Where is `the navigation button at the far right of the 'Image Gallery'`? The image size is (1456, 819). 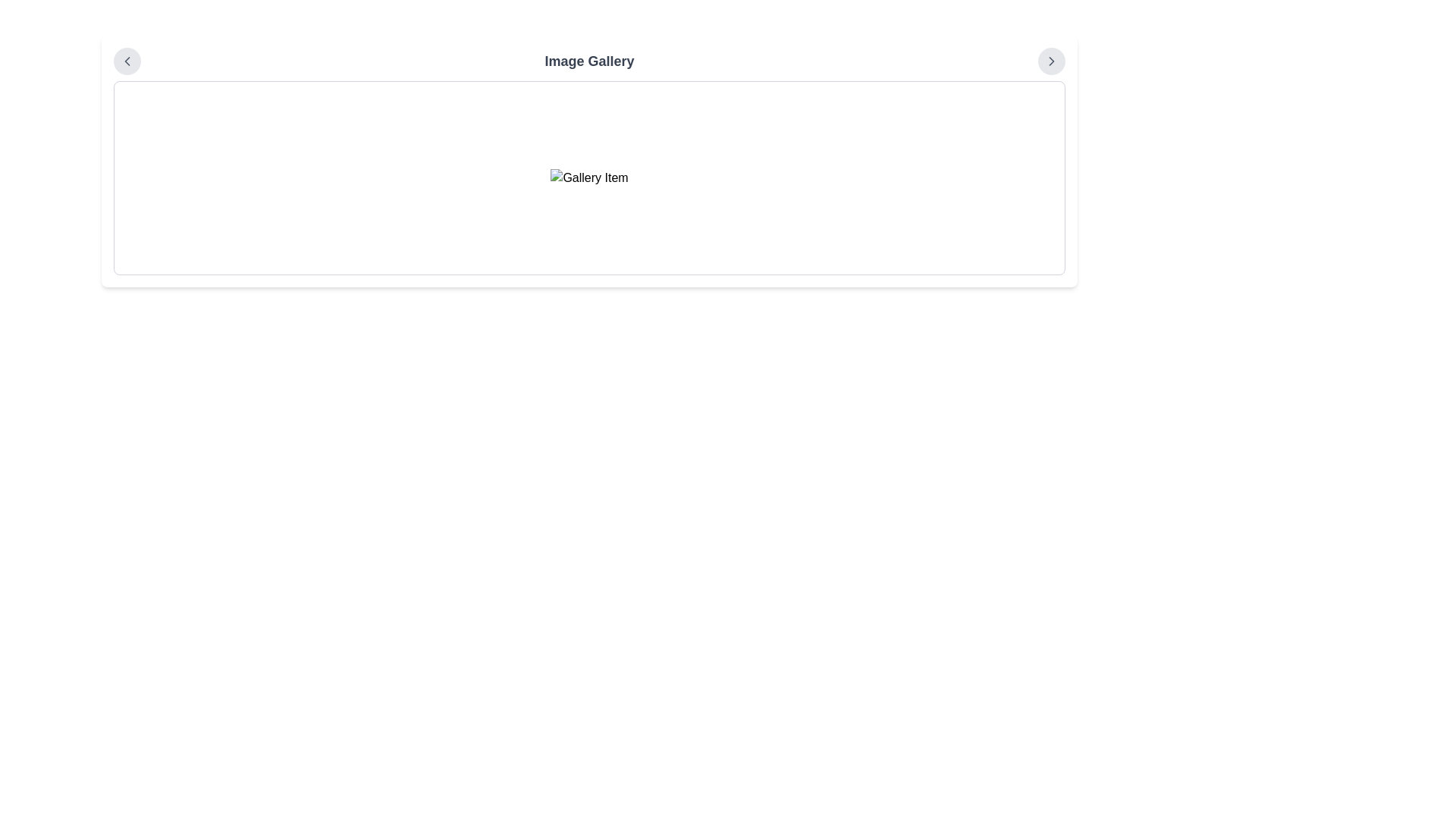
the navigation button at the far right of the 'Image Gallery' is located at coordinates (1051, 61).